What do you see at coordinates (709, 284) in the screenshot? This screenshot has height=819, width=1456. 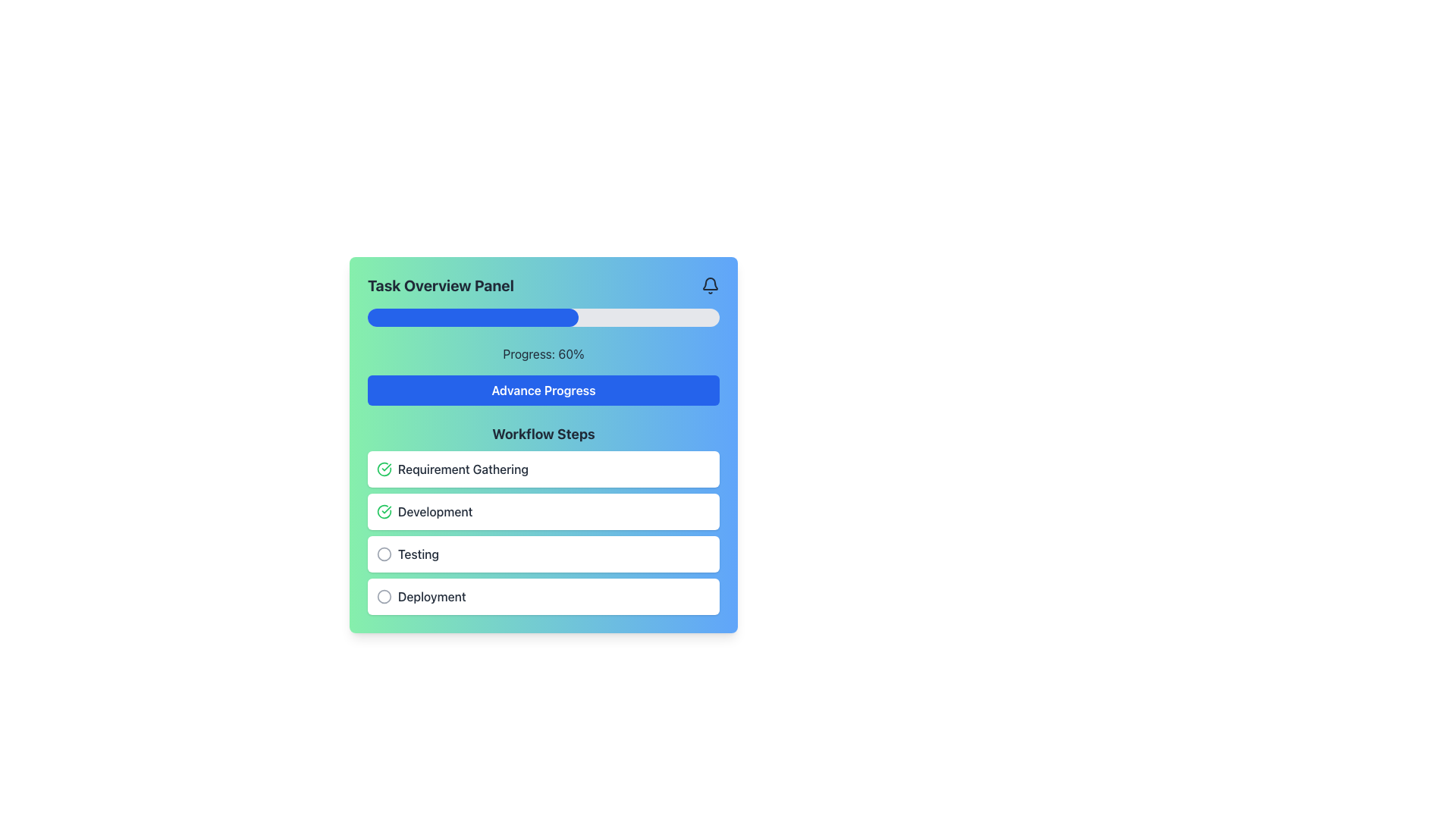 I see `the bell icon in the top-right corner of the panel, which serves as a visual indicator for notifications or alerts` at bounding box center [709, 284].